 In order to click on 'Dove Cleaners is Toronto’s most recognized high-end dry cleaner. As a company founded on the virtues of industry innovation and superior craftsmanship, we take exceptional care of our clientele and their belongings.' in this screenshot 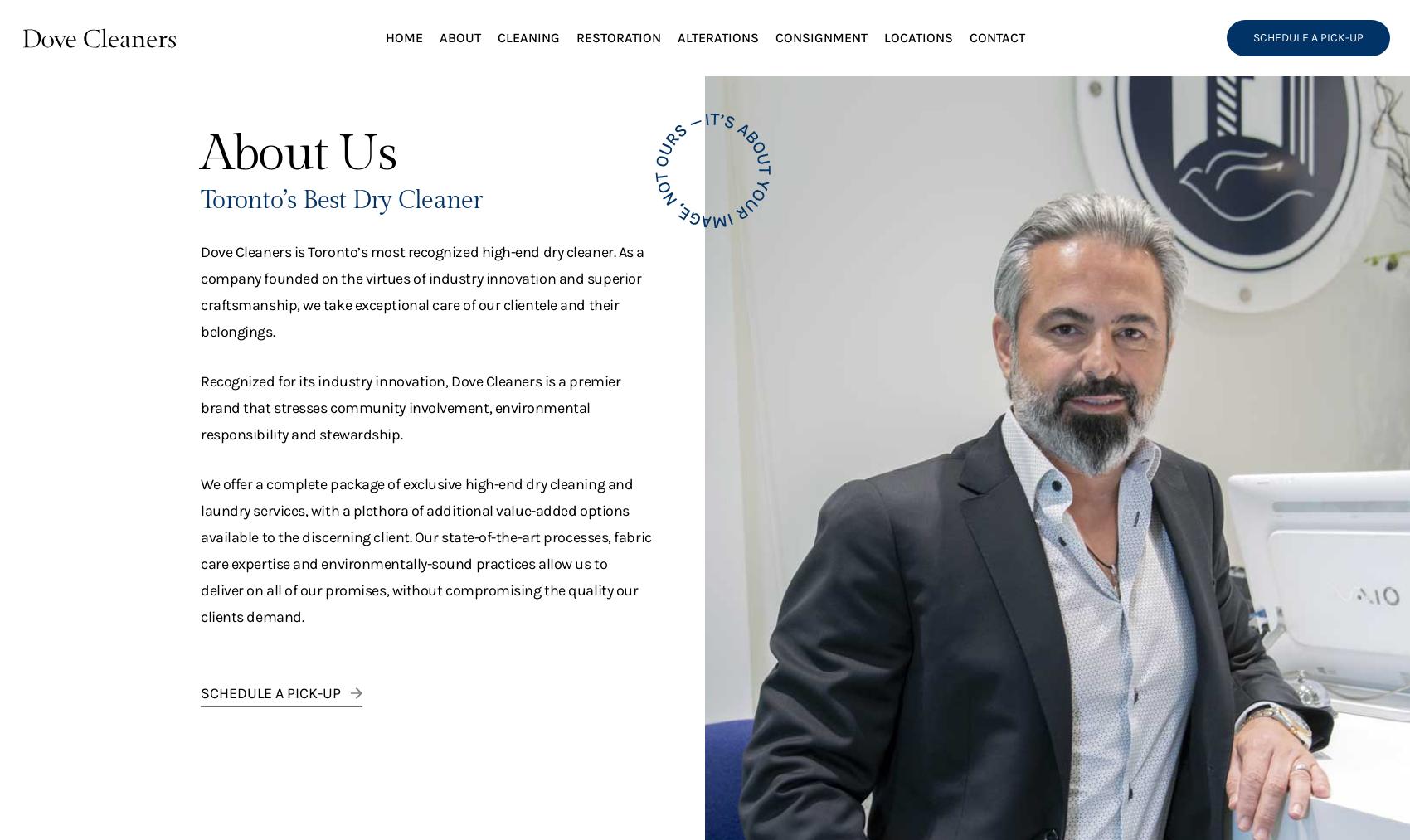, I will do `click(421, 292)`.